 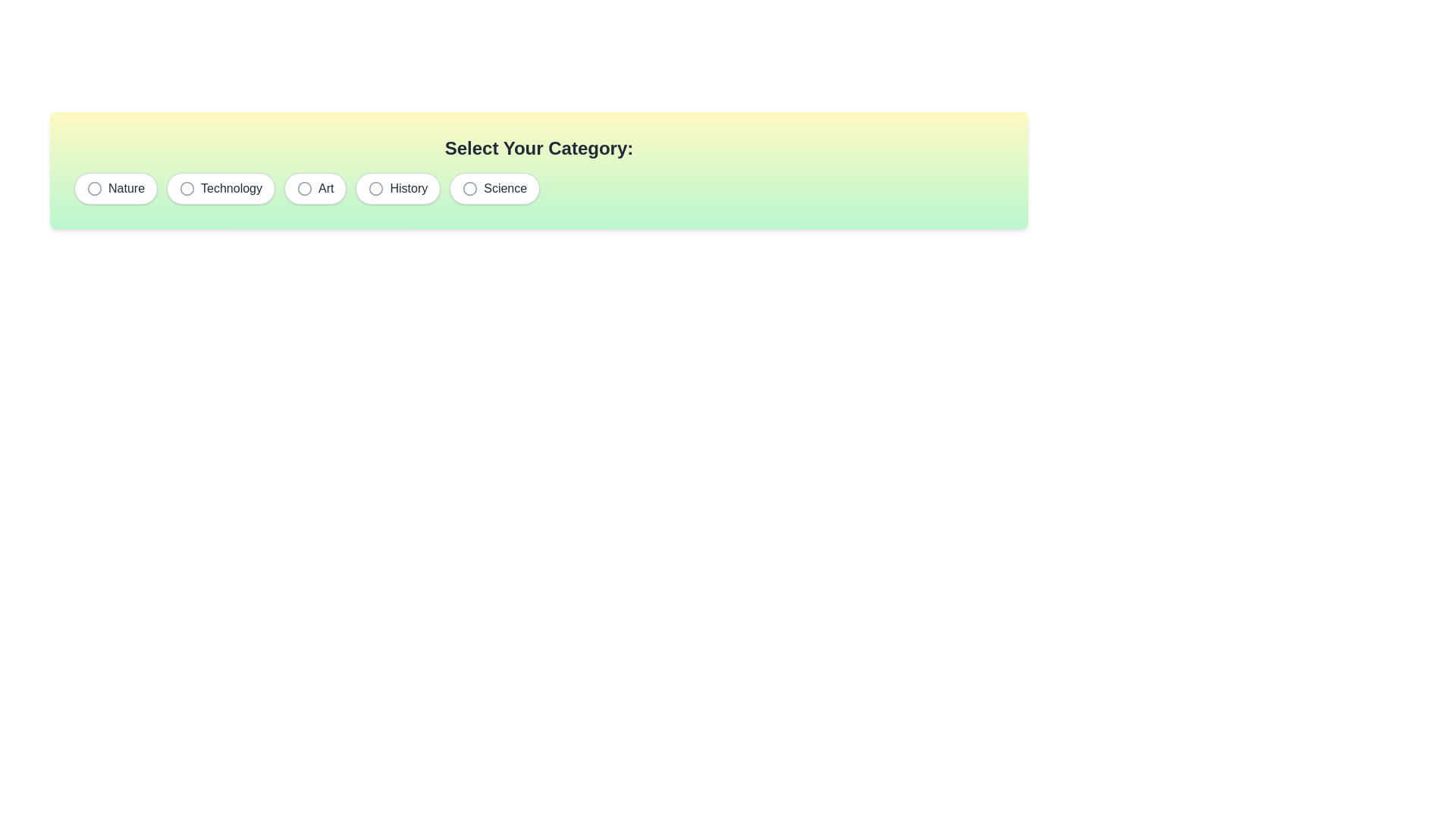 I want to click on the chip corresponding to the category History, so click(x=397, y=188).